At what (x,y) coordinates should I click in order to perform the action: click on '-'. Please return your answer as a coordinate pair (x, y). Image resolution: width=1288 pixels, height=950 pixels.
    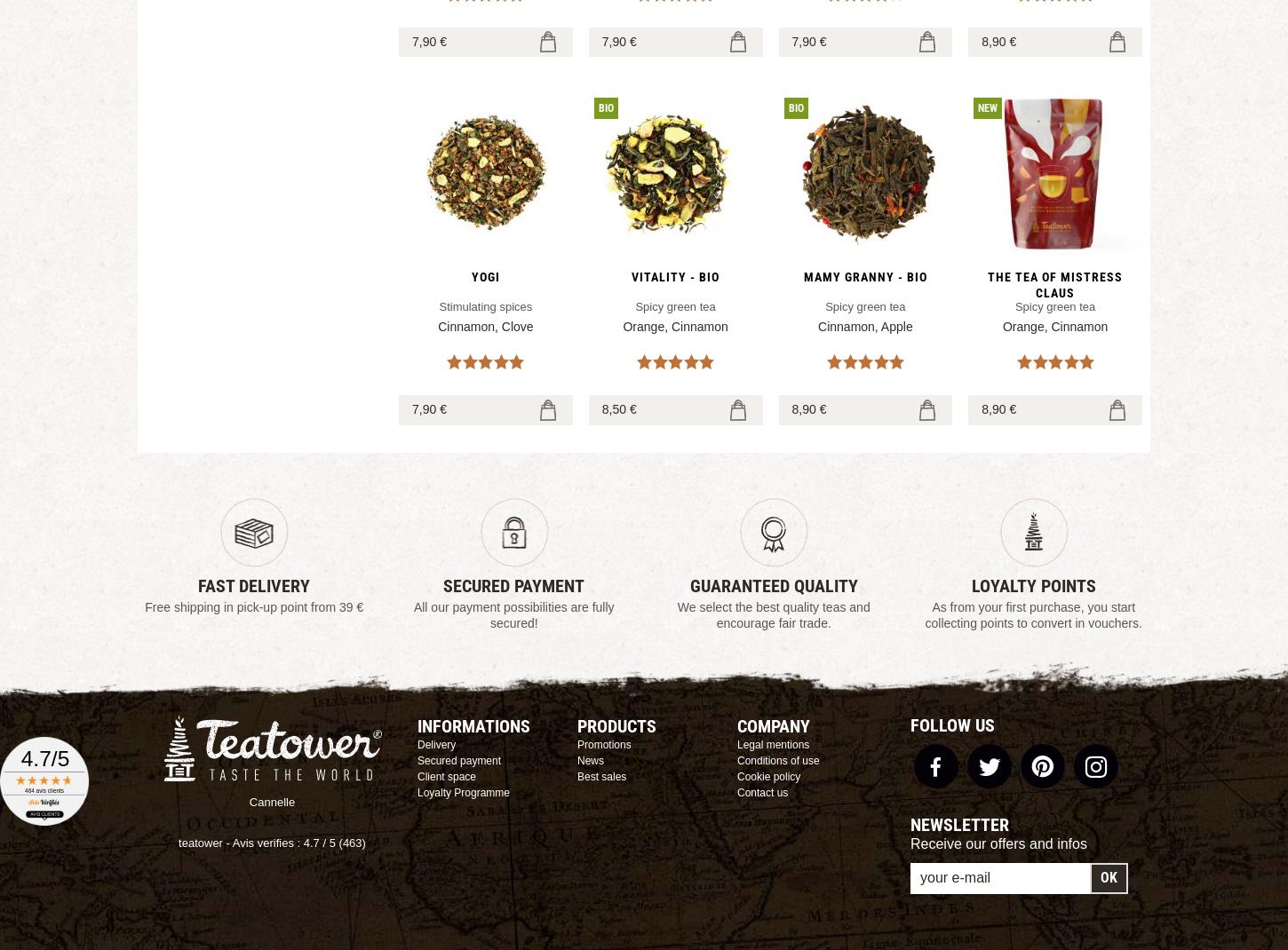
    Looking at the image, I should click on (227, 841).